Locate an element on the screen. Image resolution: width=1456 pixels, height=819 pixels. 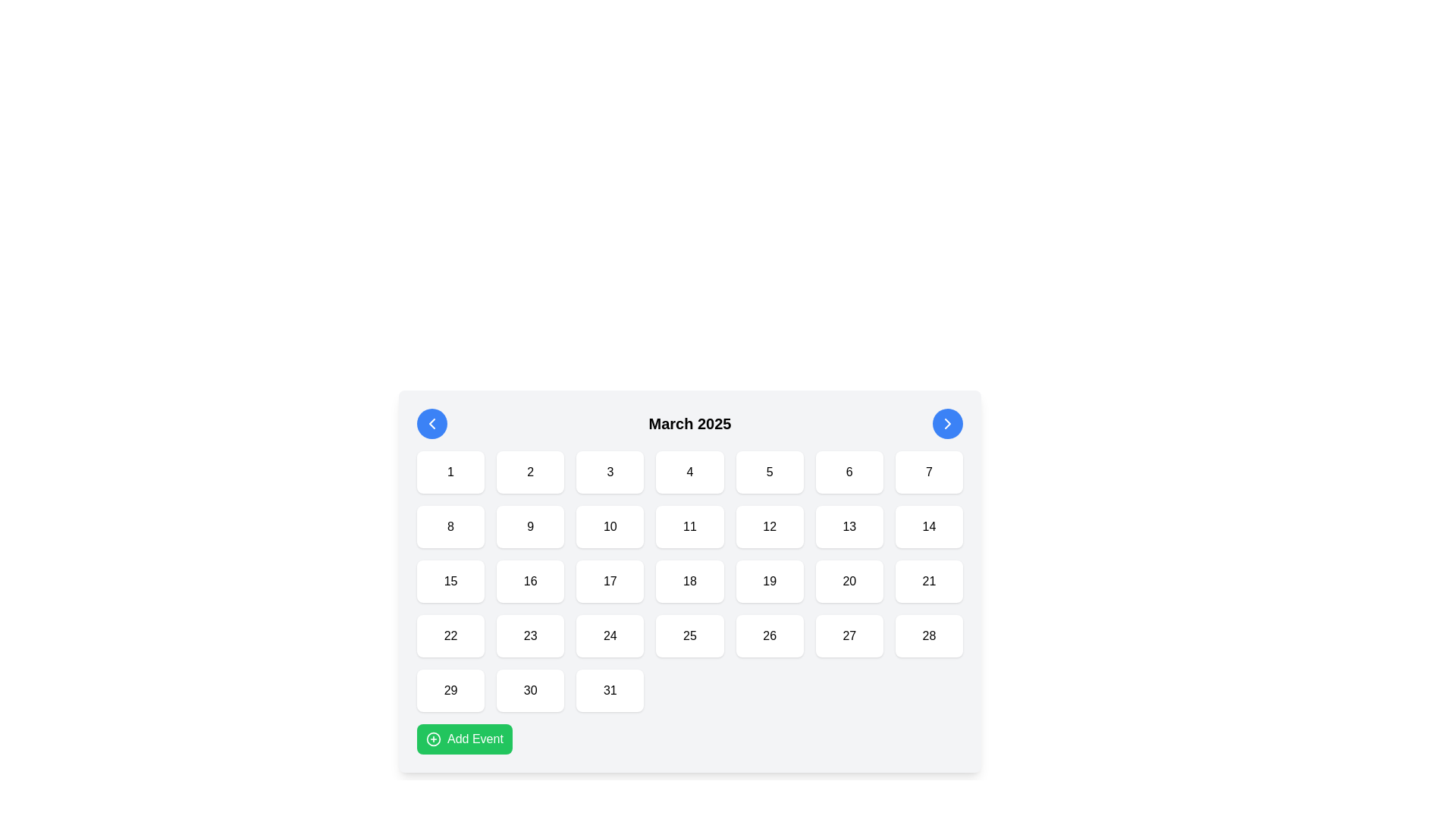
the circular SVG shape that is part of the '+' icon in the calendar interface, located below the calendar dates near the green 'Add Event' button is located at coordinates (432, 739).